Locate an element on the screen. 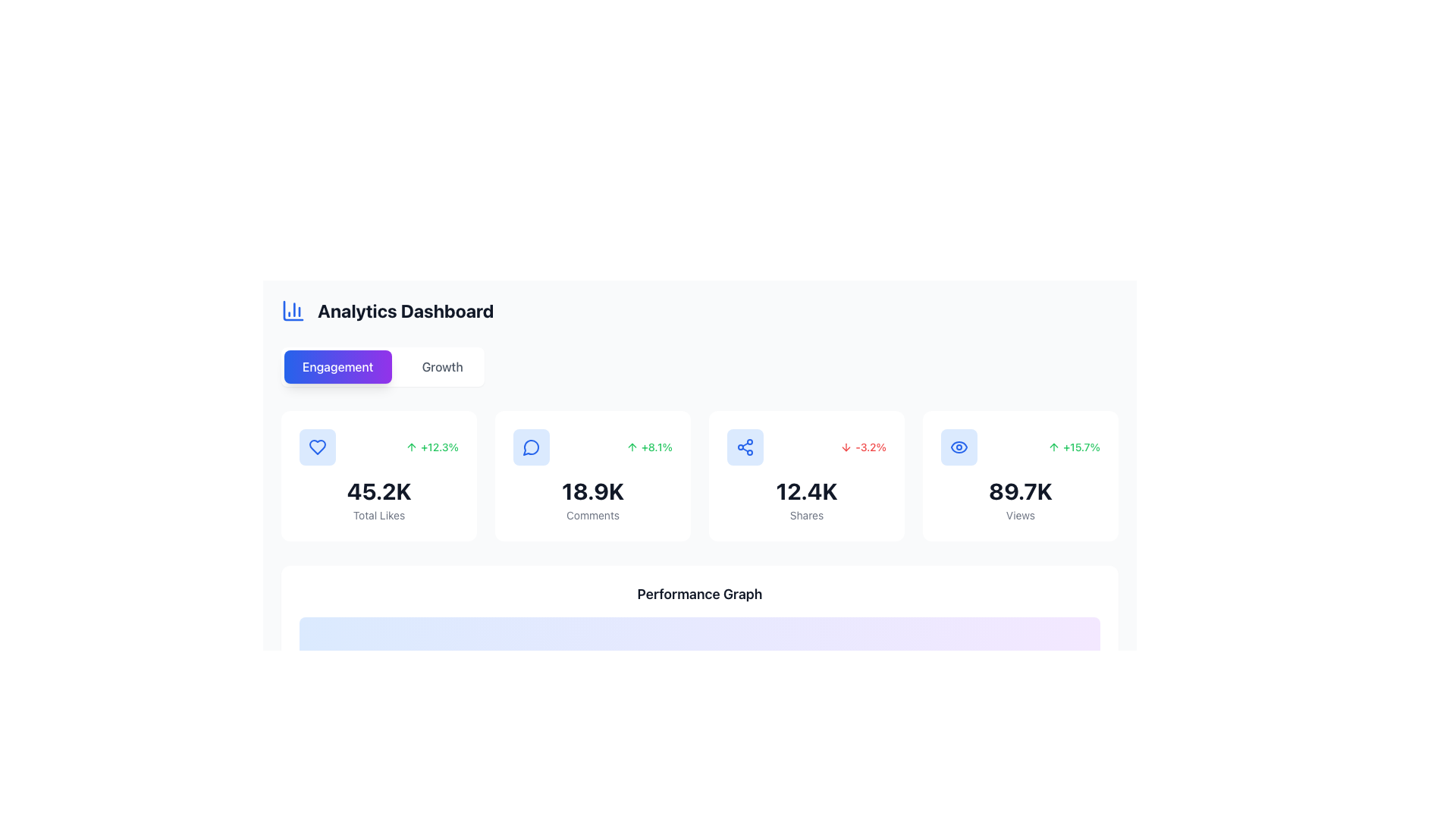 The width and height of the screenshot is (1456, 819). the Text and Icon Label indicating the percentage growth value for 'Total Likes', which is located in the top-right area of the metrics section and features an upward arrow icon is located at coordinates (431, 447).